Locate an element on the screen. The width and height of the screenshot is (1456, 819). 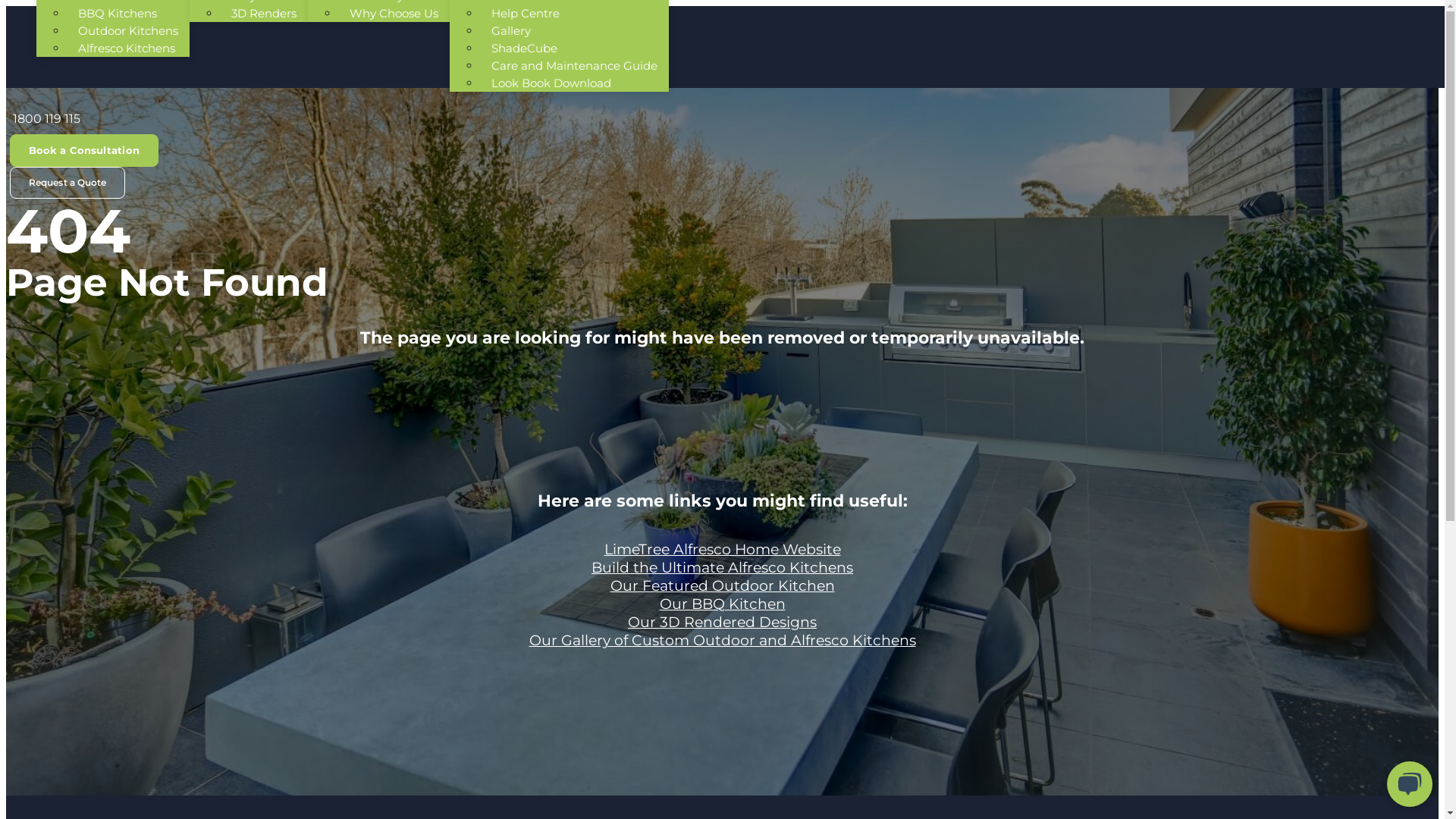
'Request a Quote' is located at coordinates (67, 181).